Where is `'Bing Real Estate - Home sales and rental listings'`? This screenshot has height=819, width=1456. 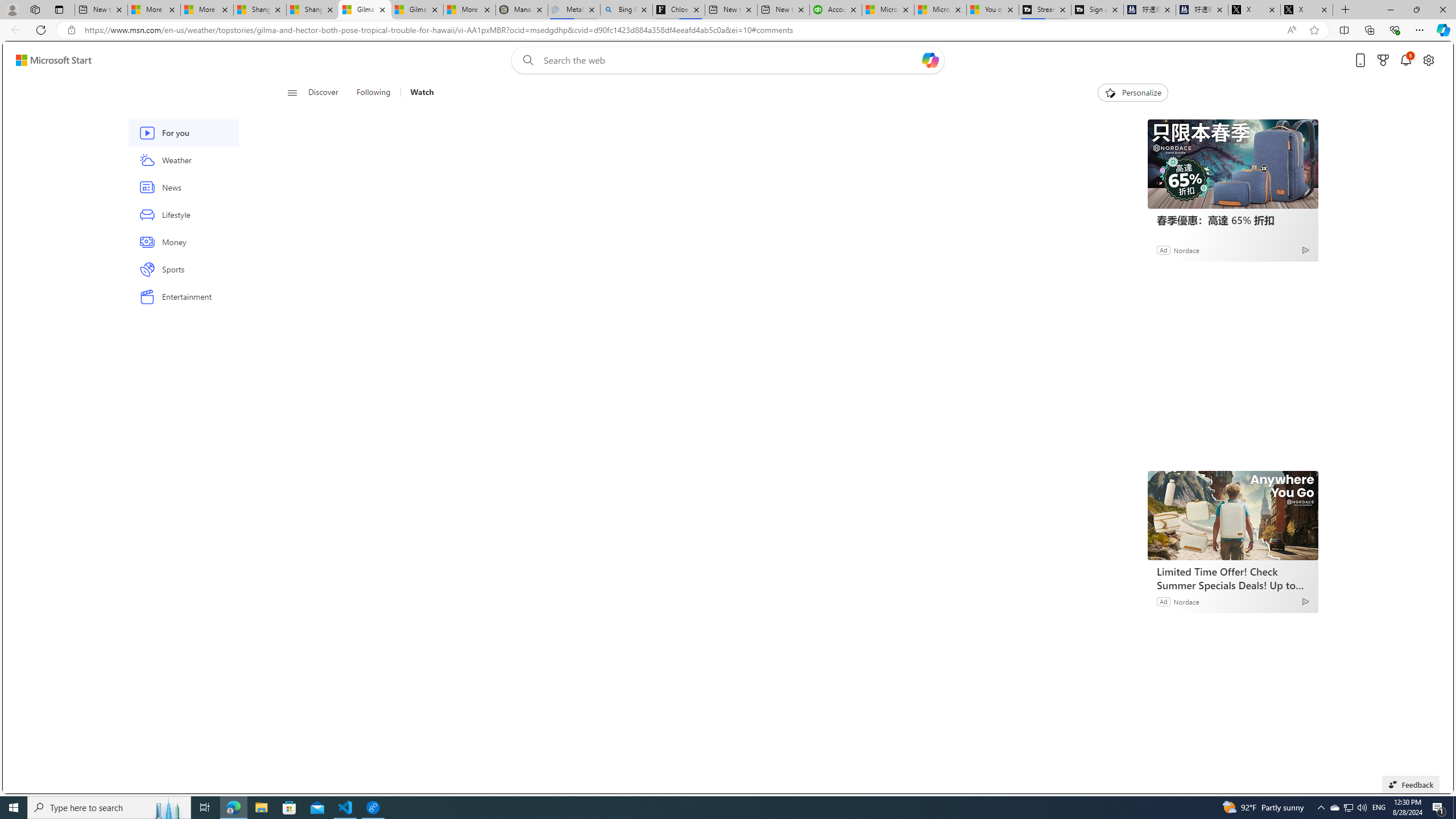
'Bing Real Estate - Home sales and rental listings' is located at coordinates (626, 9).